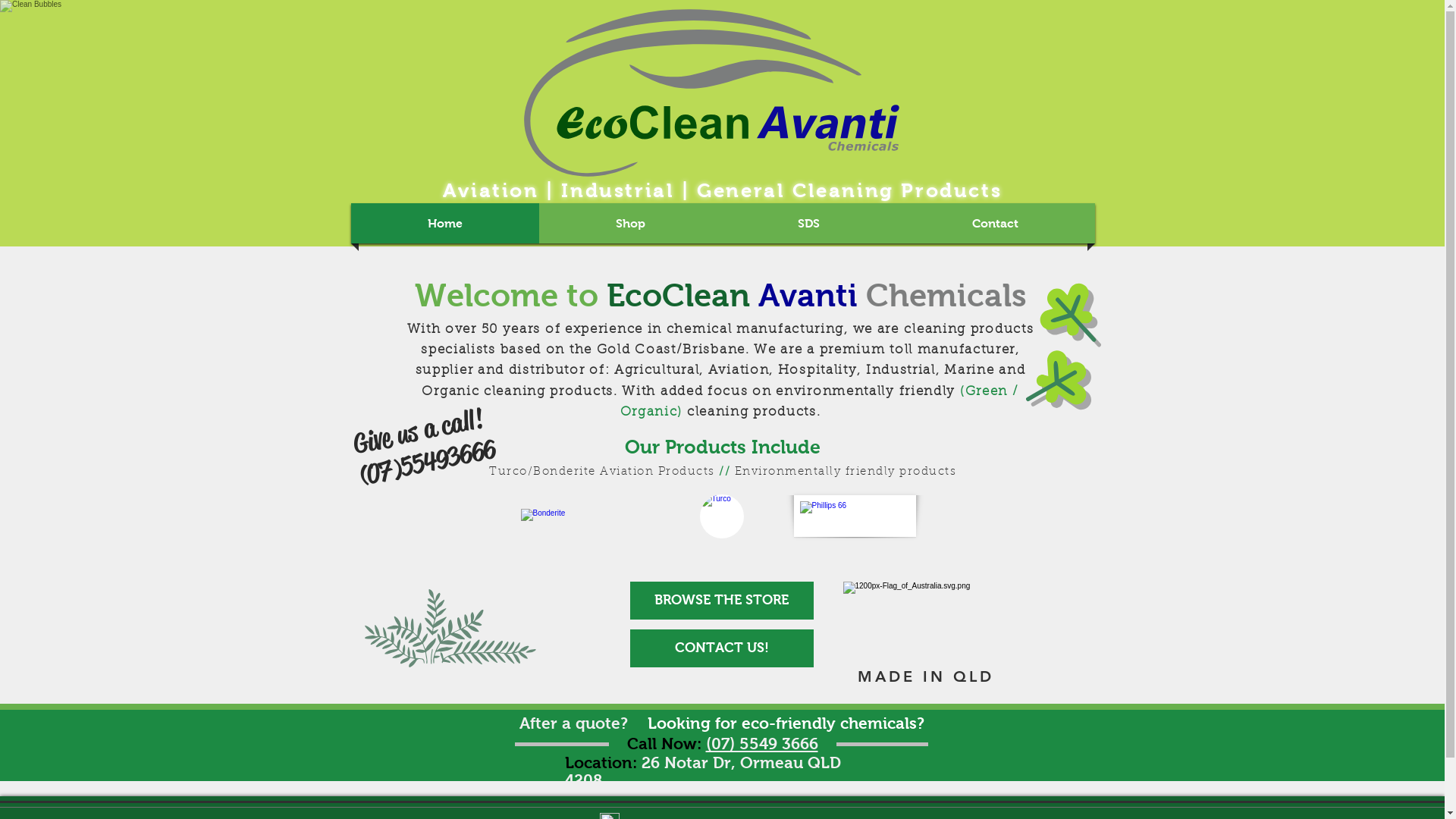  I want to click on 'CONTACT US!', so click(720, 648).